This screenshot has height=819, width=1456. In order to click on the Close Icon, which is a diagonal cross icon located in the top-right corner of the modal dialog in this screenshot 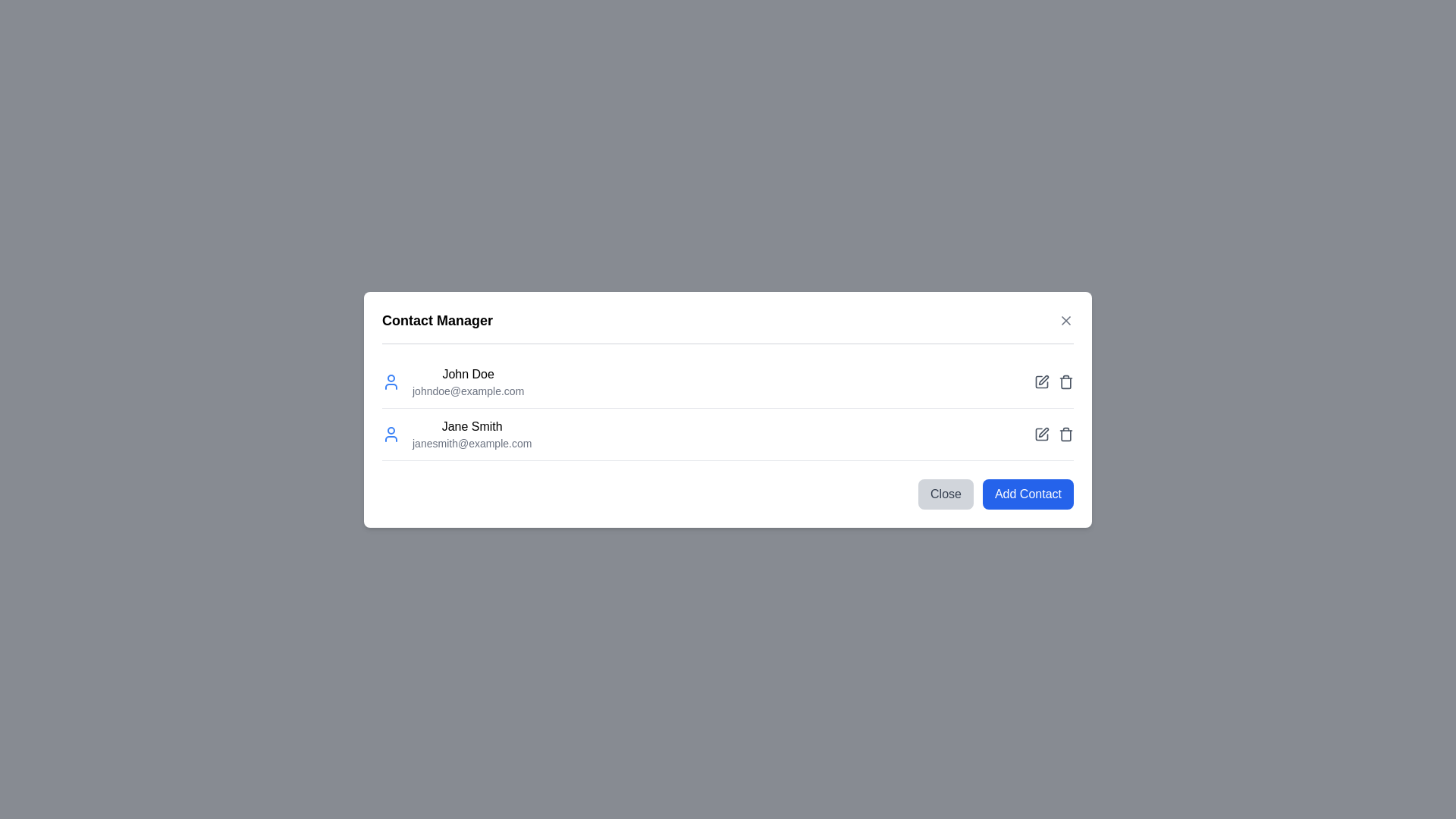, I will do `click(1065, 319)`.